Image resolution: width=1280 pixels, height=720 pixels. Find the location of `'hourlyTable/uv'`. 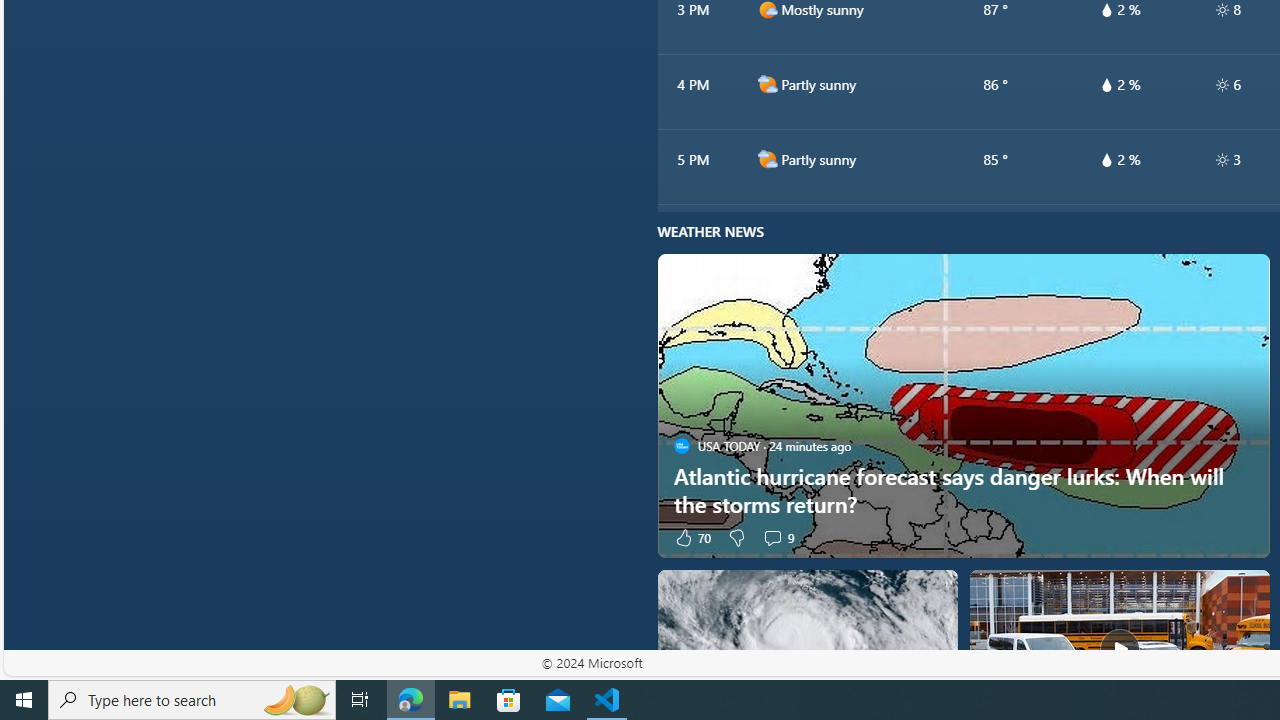

'hourlyTable/uv' is located at coordinates (1221, 158).